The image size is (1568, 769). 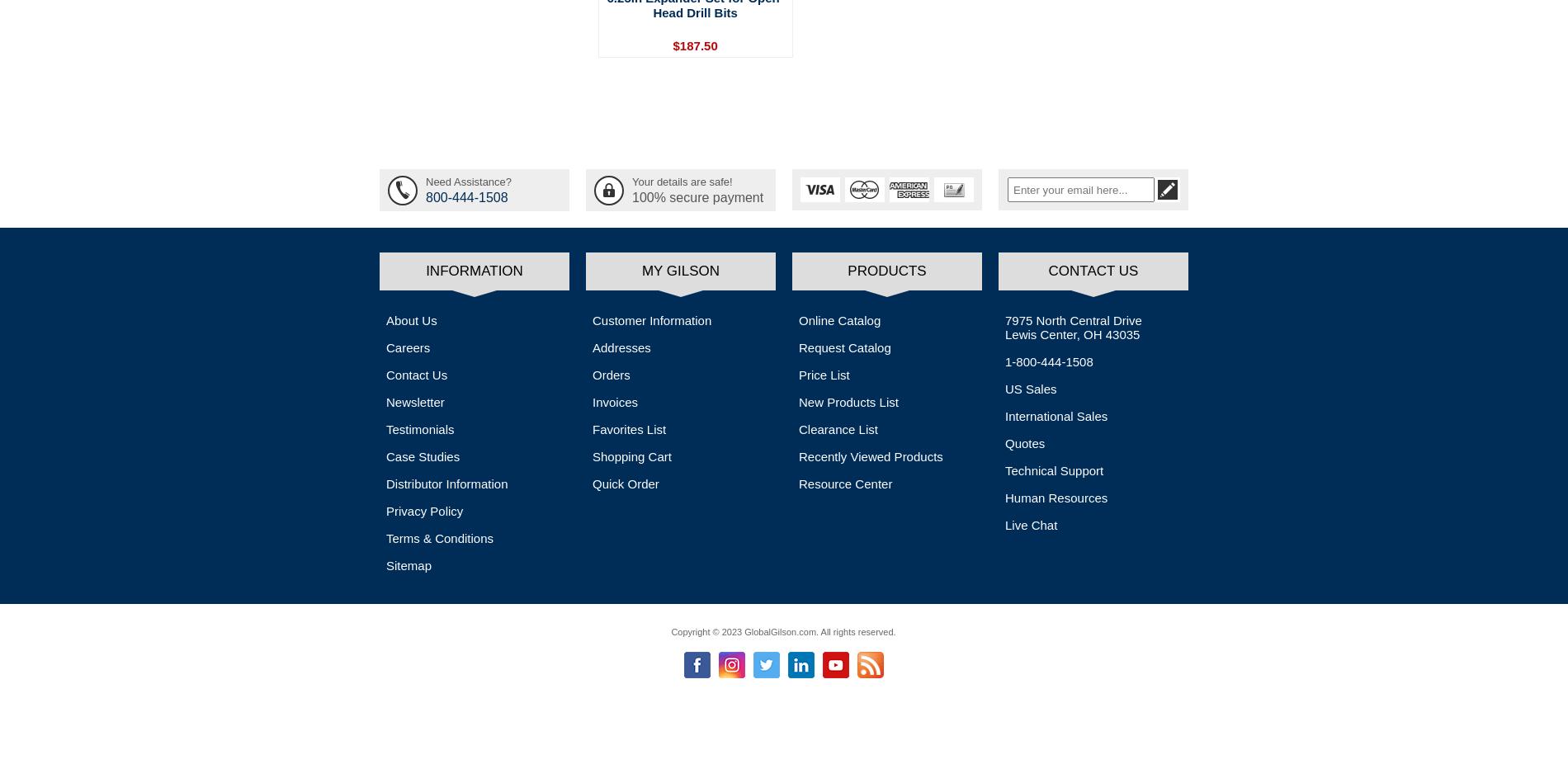 I want to click on 'Copyright © 2023 GlobalGilson.com. All rights reserved.', so click(x=782, y=630).